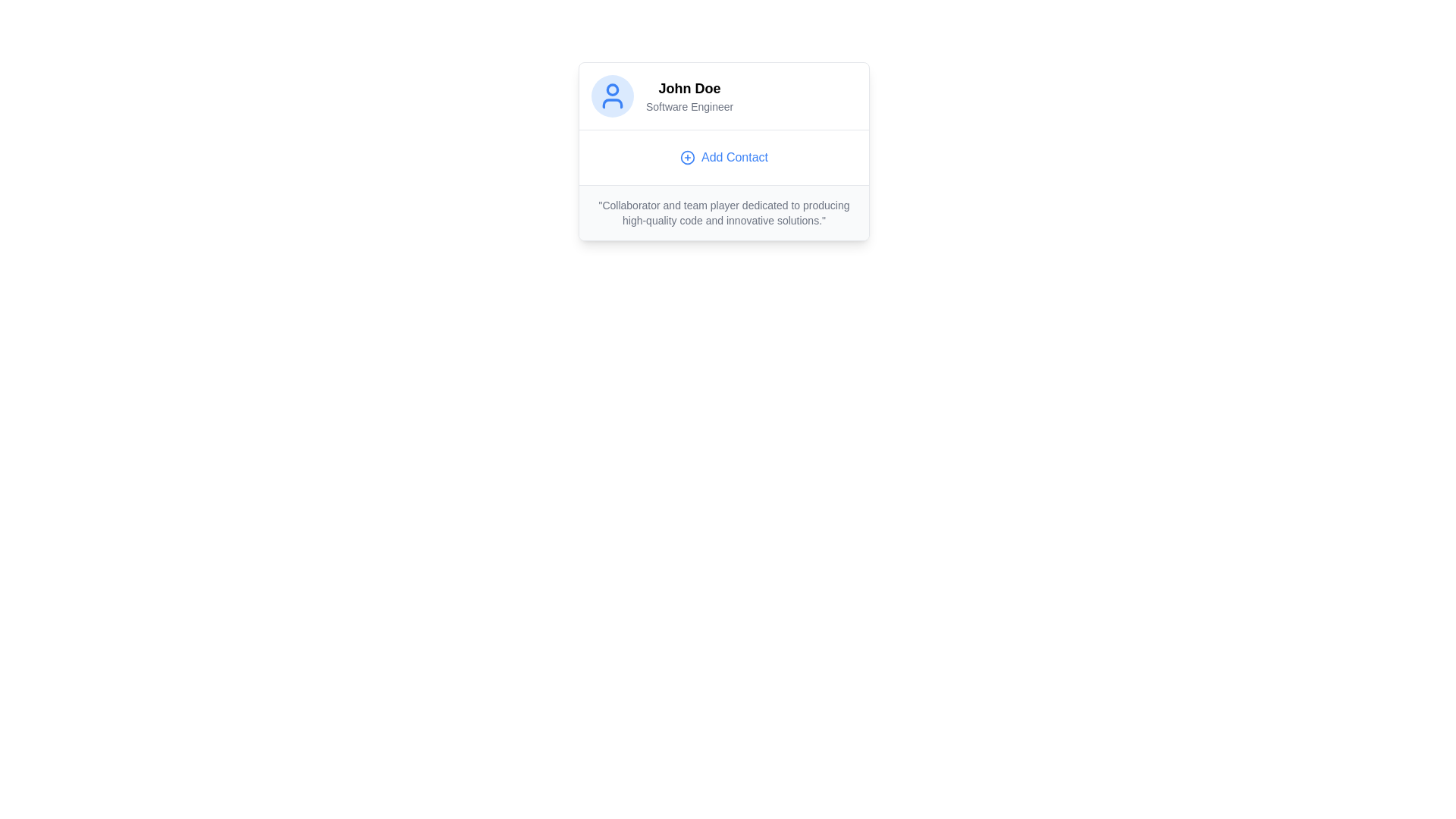  What do you see at coordinates (723, 157) in the screenshot?
I see `the button or interactive link that adds 'John Doe' as a contact, located in the detailed profile card just below the 'Software Engineer' label` at bounding box center [723, 157].